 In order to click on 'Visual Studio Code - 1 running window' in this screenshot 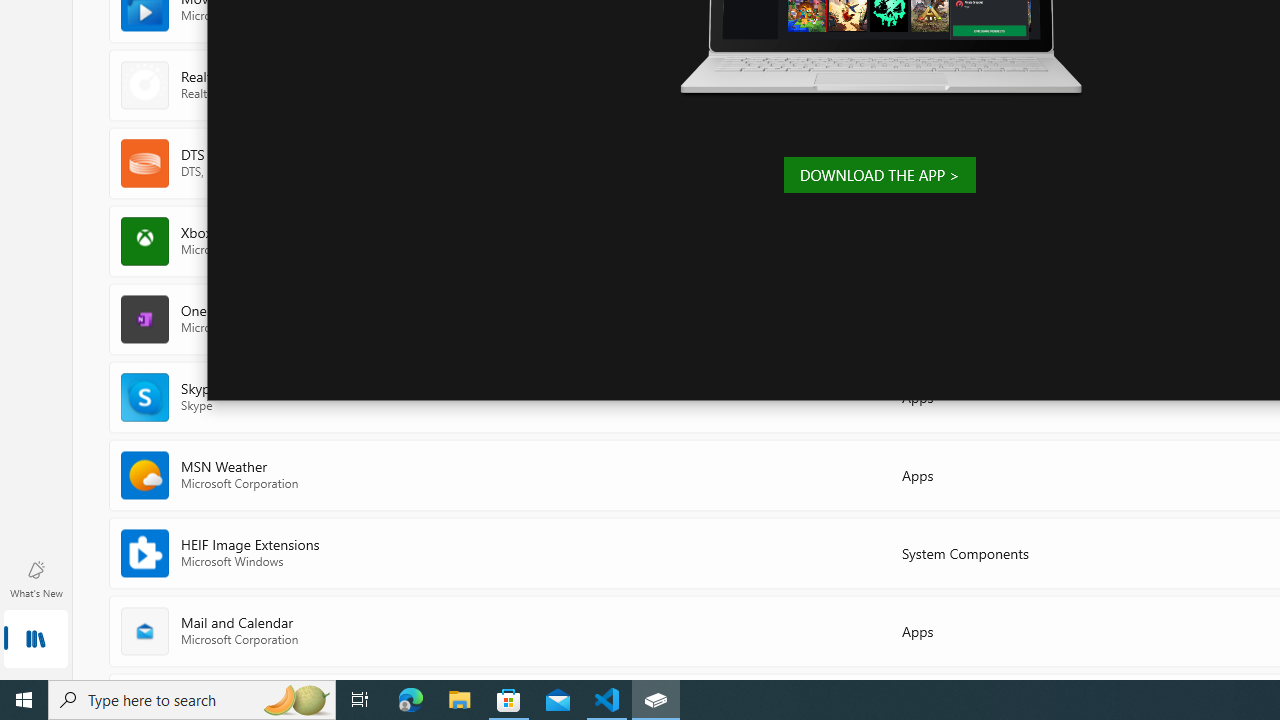, I will do `click(606, 698)`.